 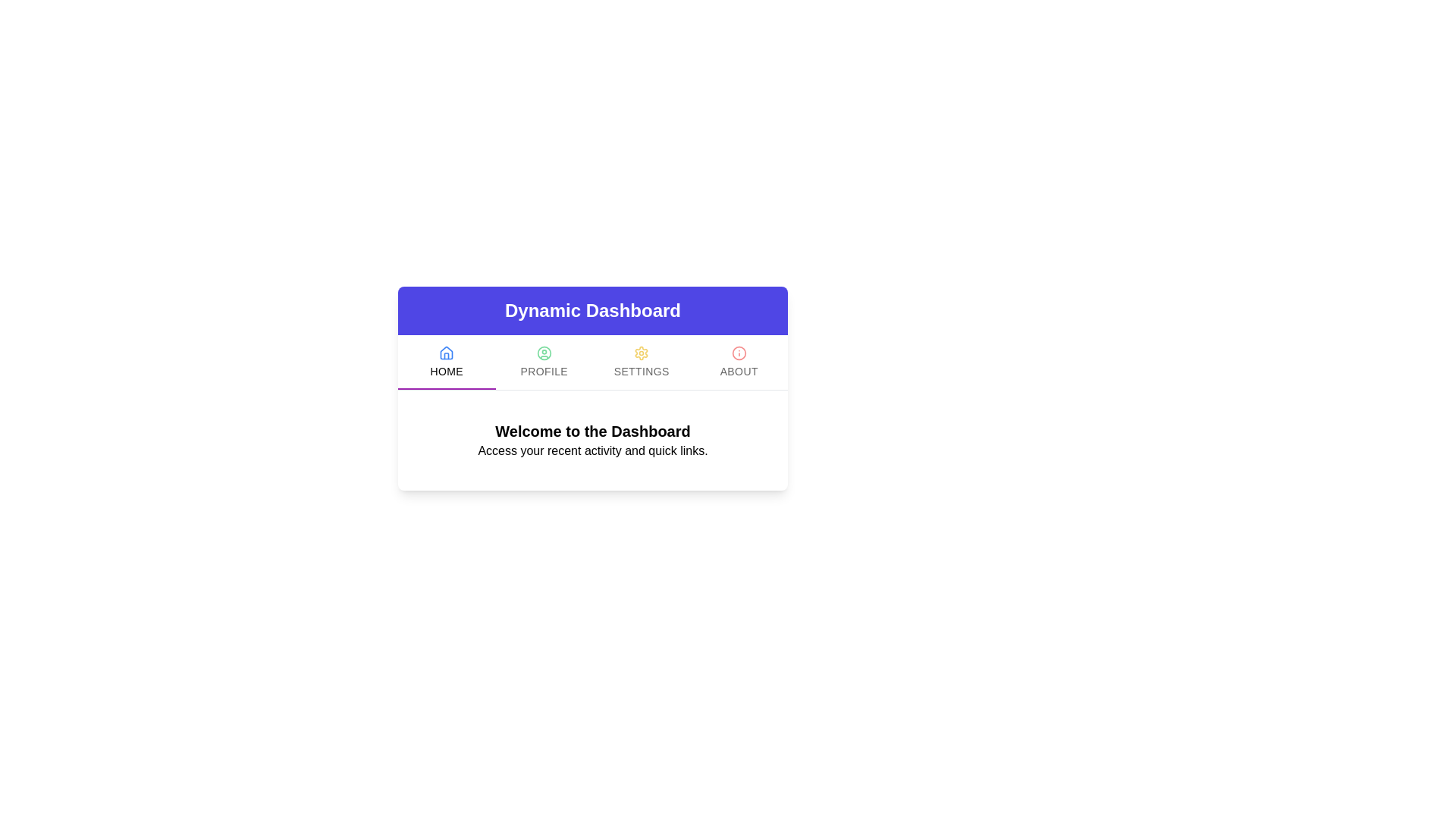 What do you see at coordinates (592, 441) in the screenshot?
I see `the welcome Text Block that informs users about the dashboard functionalities, located directly below the navigation tabs in the Dynamic Dashboard interface` at bounding box center [592, 441].